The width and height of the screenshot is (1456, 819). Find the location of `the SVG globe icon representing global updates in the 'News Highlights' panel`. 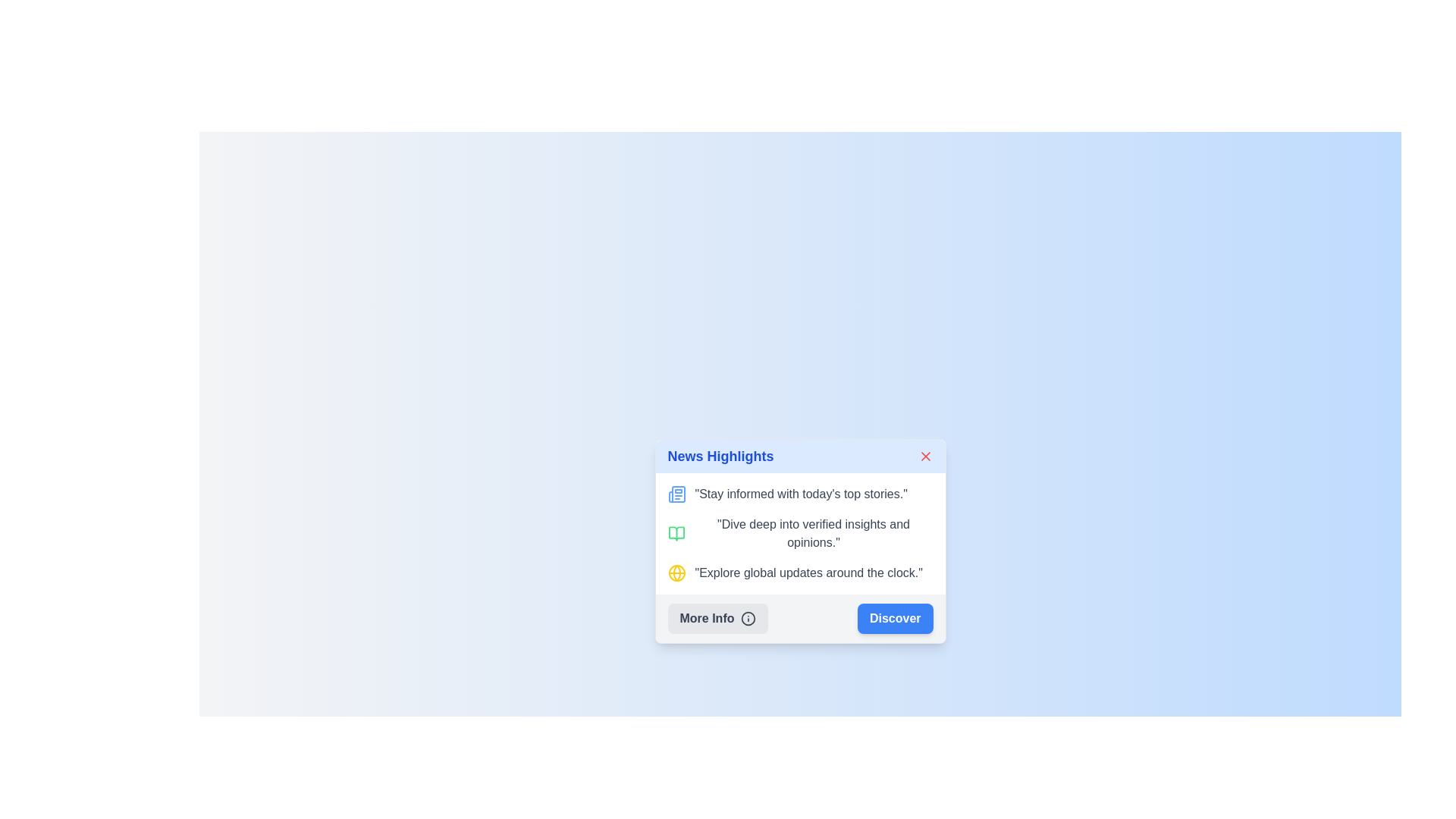

the SVG globe icon representing global updates in the 'News Highlights' panel is located at coordinates (676, 573).